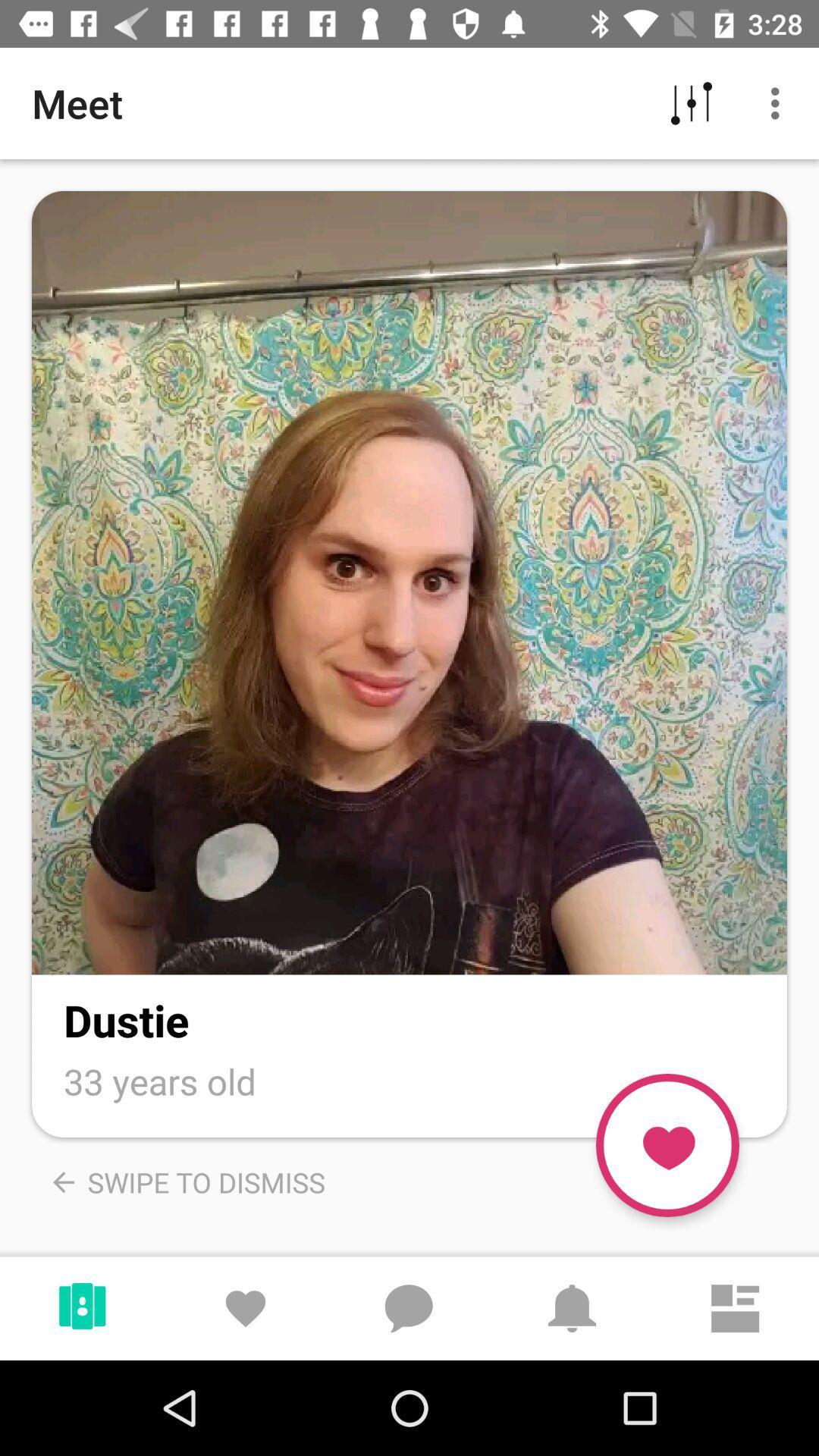 The width and height of the screenshot is (819, 1456). What do you see at coordinates (160, 1081) in the screenshot?
I see `the icon above the swipe to dismiss item` at bounding box center [160, 1081].